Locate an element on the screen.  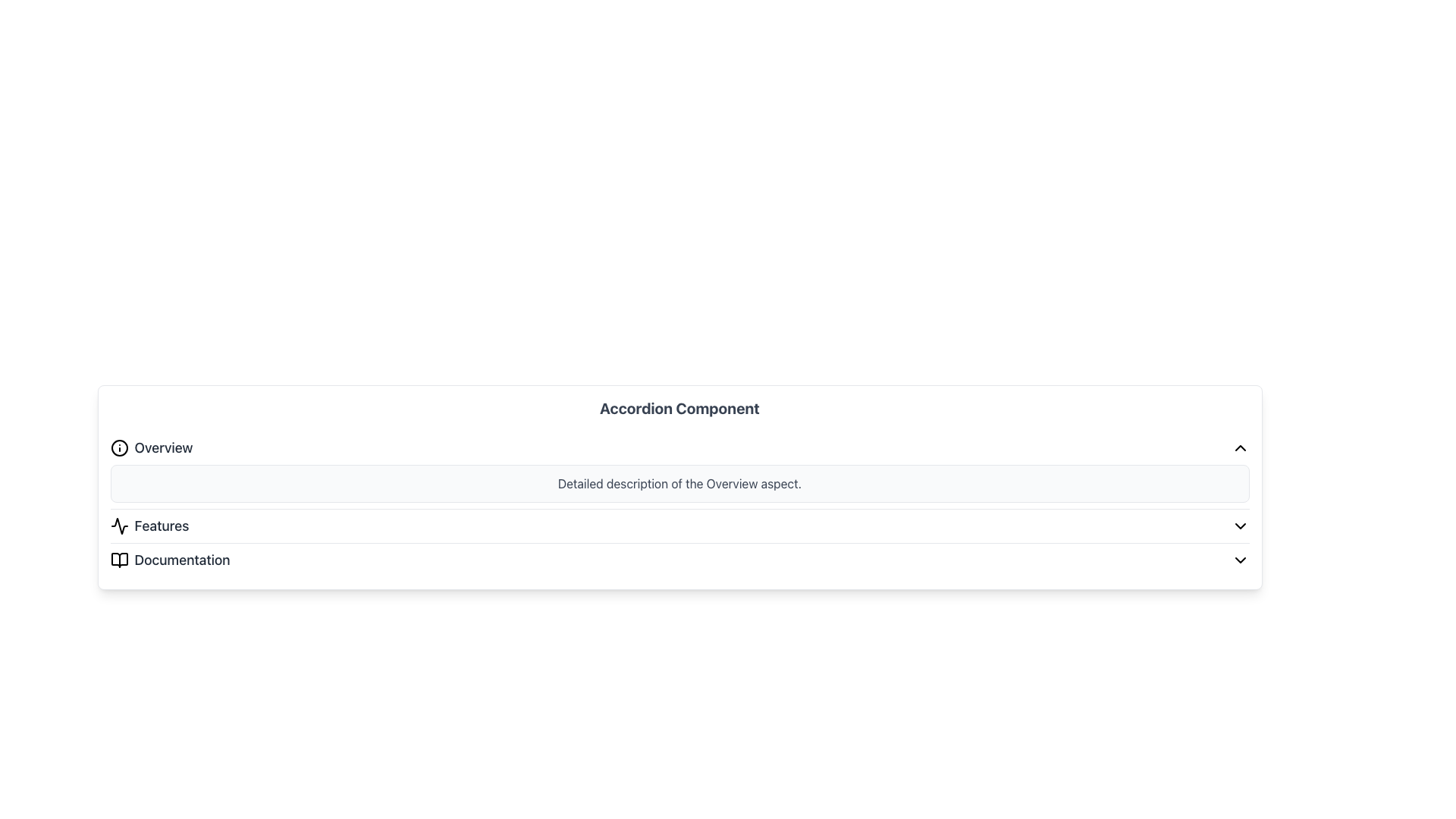
the activity graph icon is located at coordinates (118, 526).